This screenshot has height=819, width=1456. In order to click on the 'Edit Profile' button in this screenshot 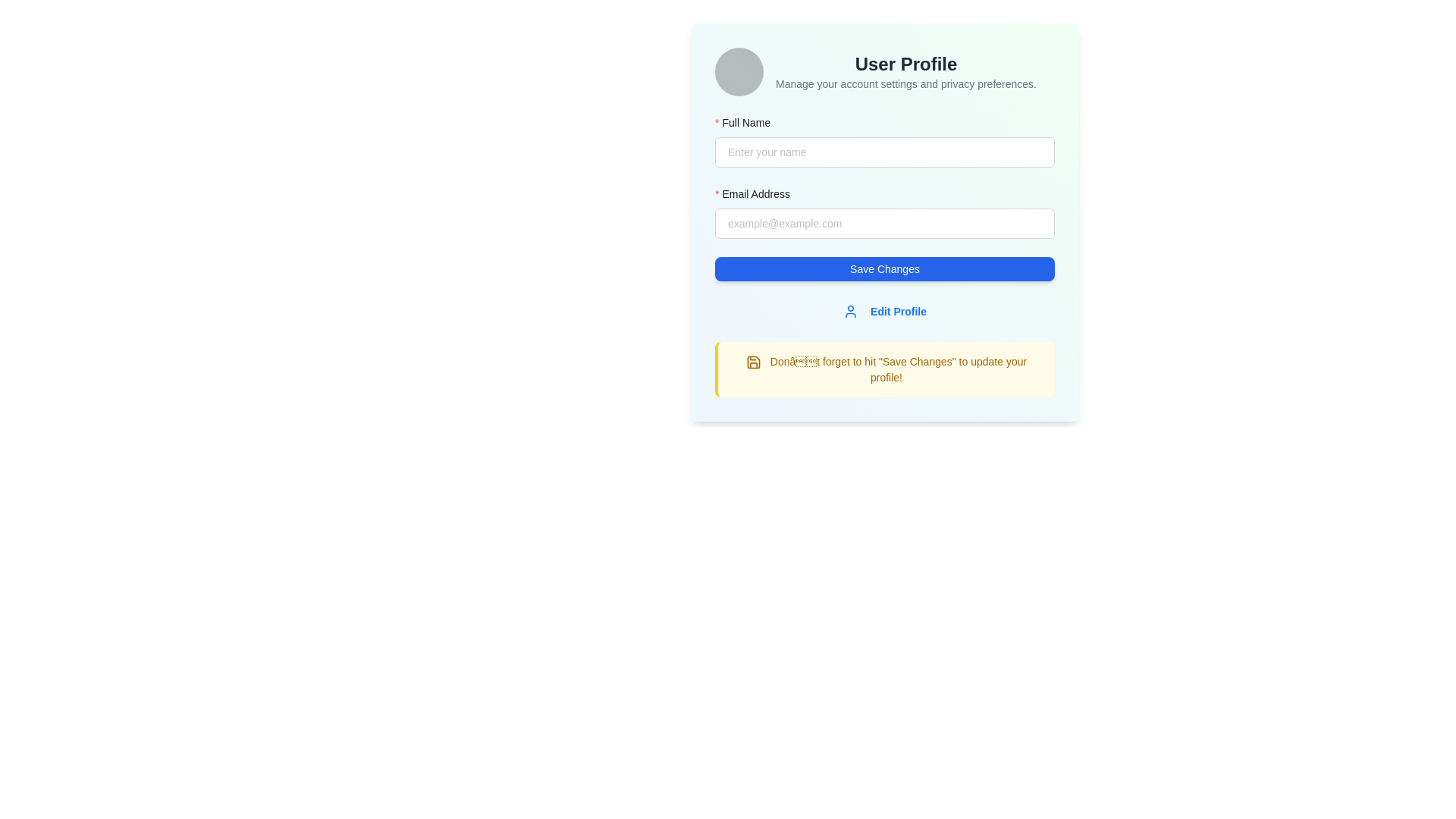, I will do `click(884, 311)`.